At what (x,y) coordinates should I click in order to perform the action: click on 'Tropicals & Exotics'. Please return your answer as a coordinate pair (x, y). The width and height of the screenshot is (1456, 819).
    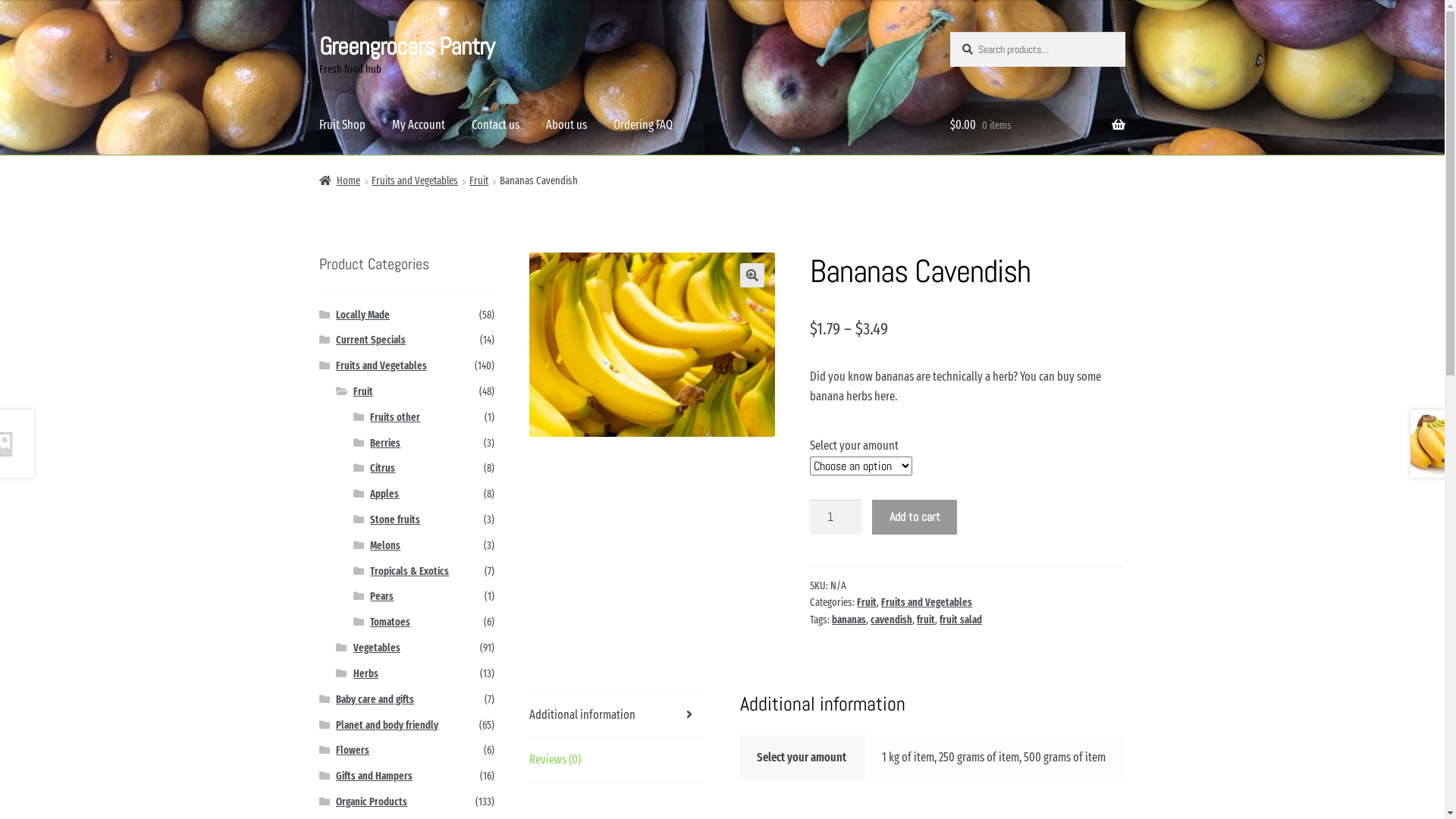
    Looking at the image, I should click on (409, 571).